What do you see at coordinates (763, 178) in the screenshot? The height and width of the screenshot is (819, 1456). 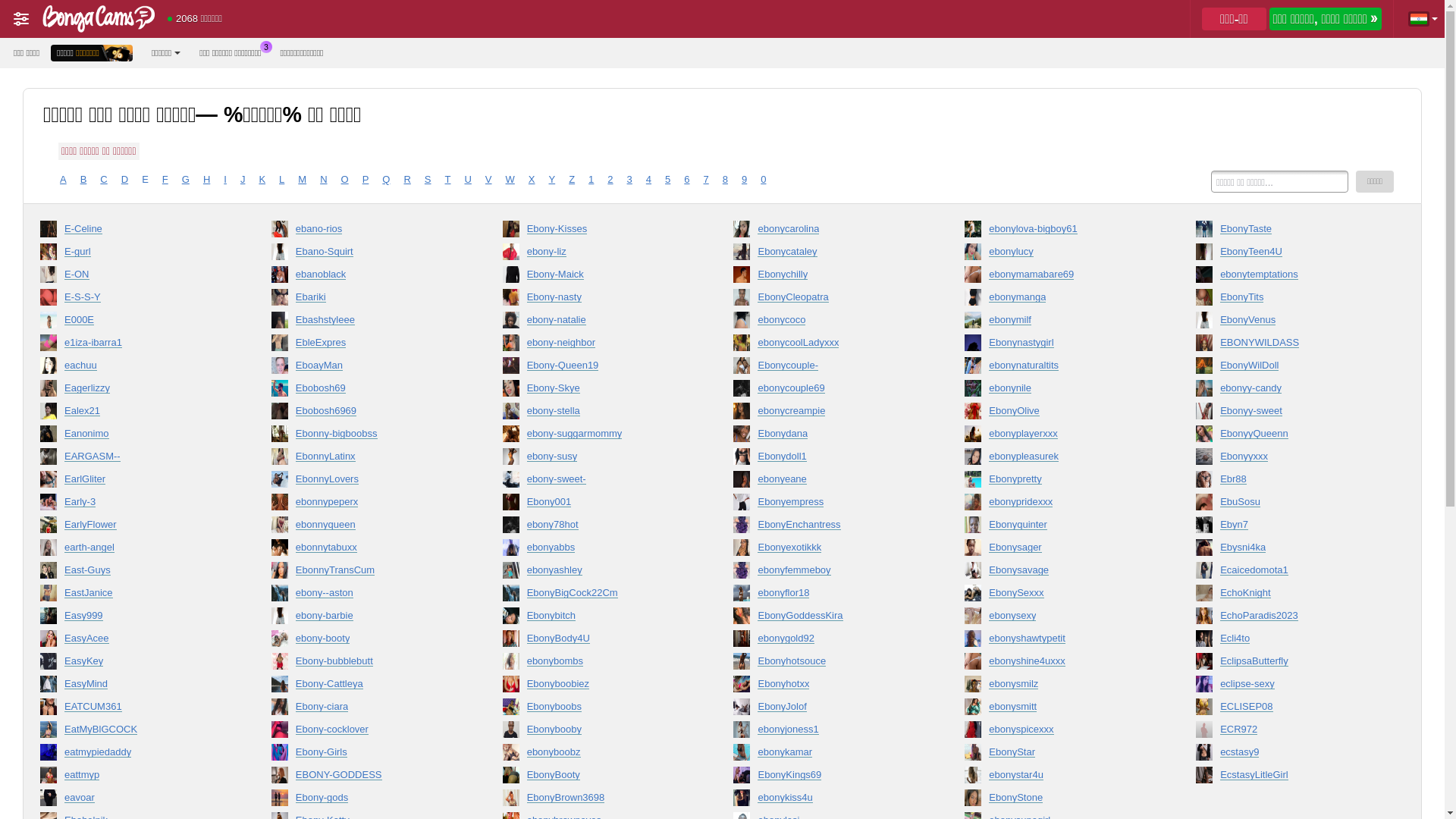 I see `'0'` at bounding box center [763, 178].